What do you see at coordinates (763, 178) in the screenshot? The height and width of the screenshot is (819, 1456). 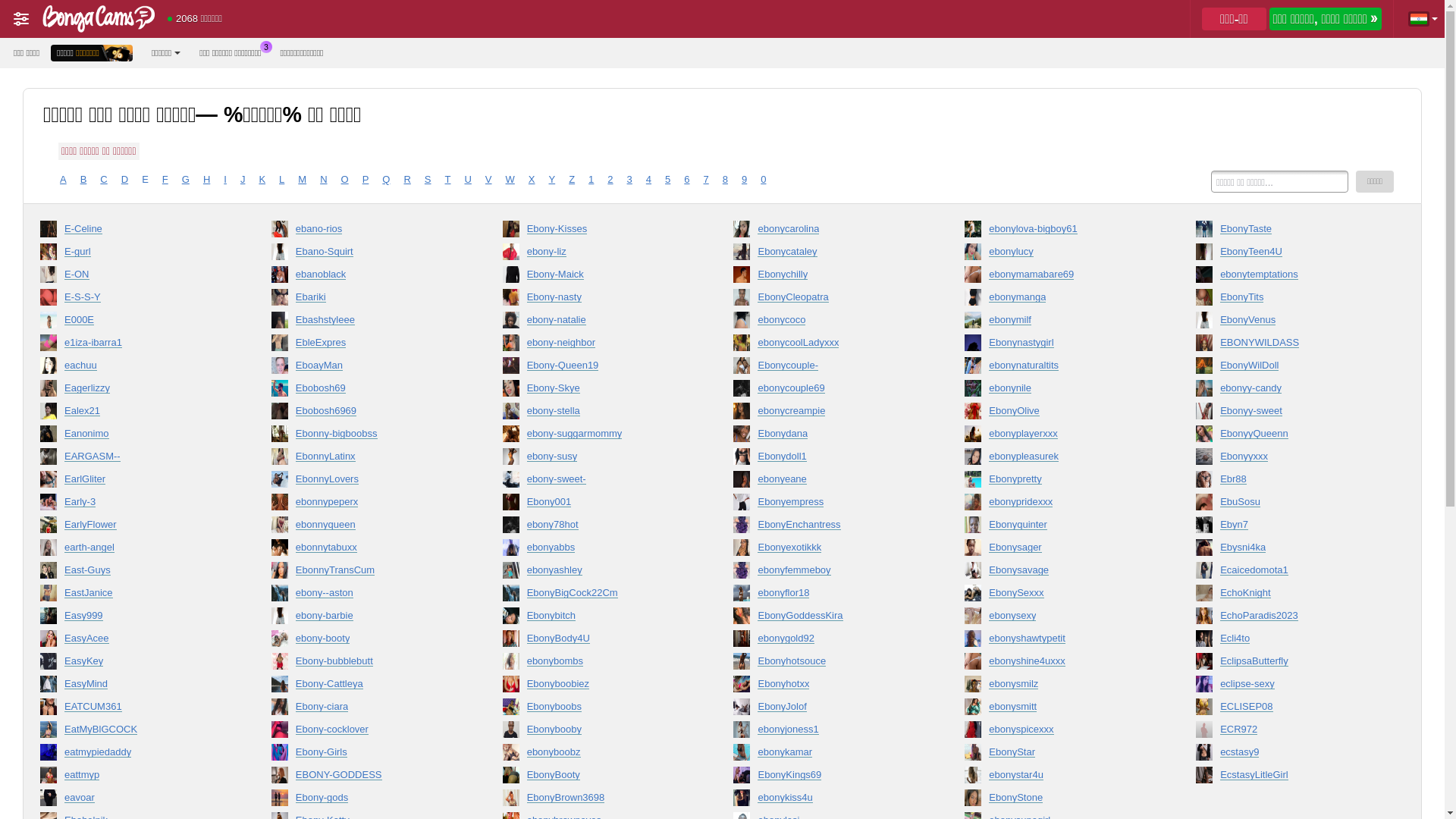 I see `'0'` at bounding box center [763, 178].